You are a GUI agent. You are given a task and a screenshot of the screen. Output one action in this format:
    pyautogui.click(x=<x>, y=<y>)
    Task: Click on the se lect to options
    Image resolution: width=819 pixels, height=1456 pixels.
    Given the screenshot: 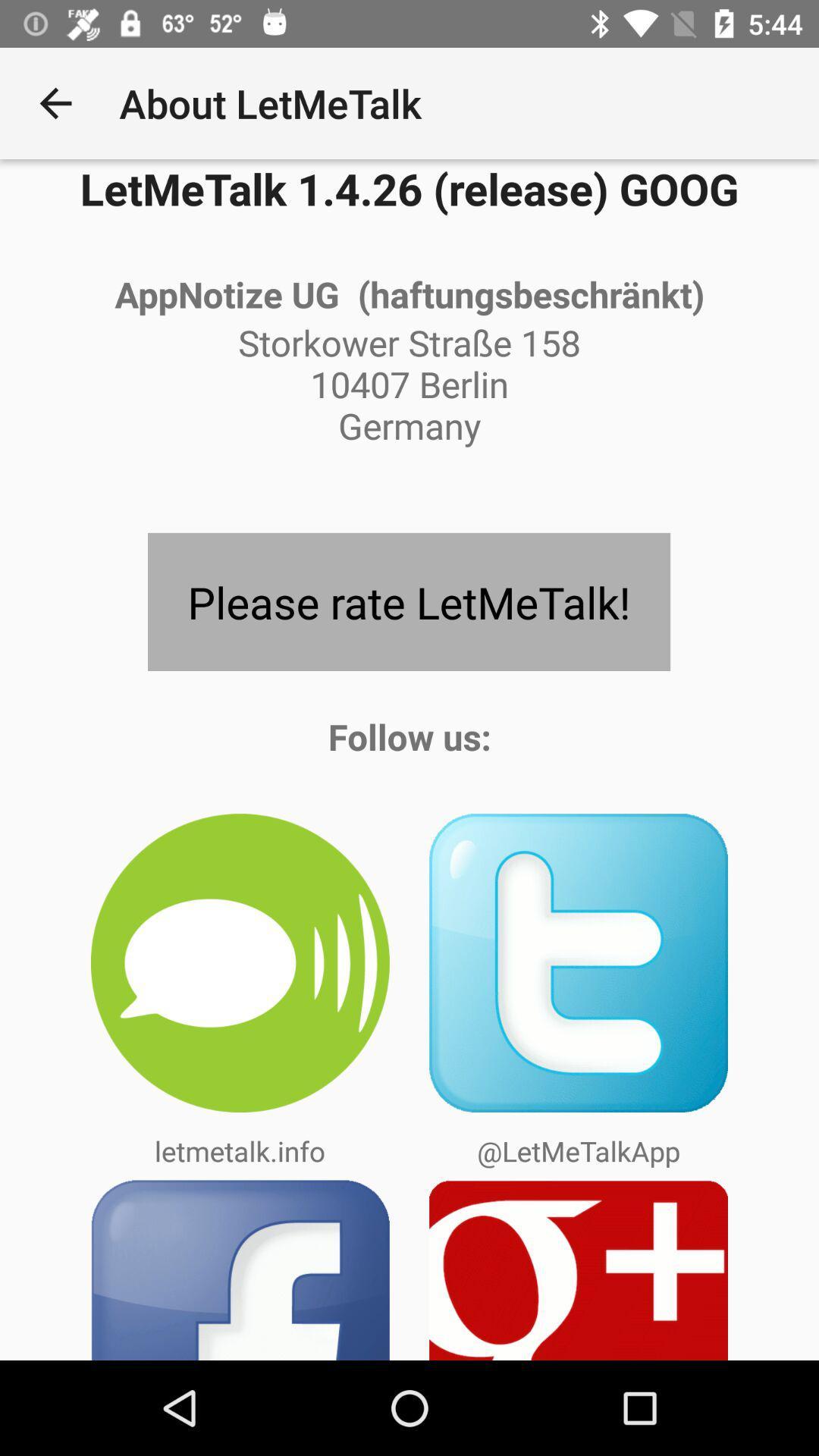 What is the action you would take?
    pyautogui.click(x=579, y=1269)
    